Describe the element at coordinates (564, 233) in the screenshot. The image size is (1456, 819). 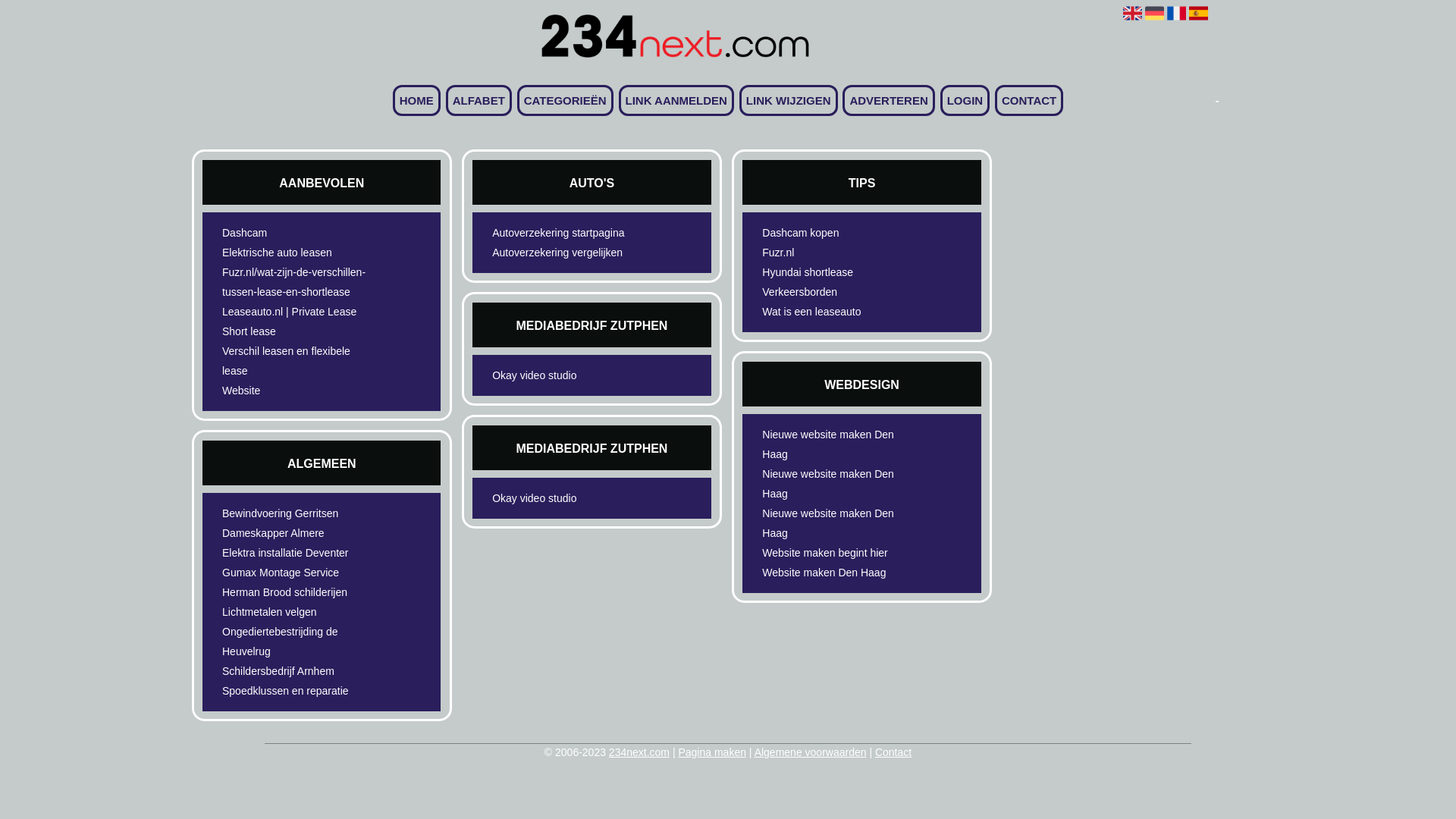
I see `'Autoverzekering startpagina'` at that location.